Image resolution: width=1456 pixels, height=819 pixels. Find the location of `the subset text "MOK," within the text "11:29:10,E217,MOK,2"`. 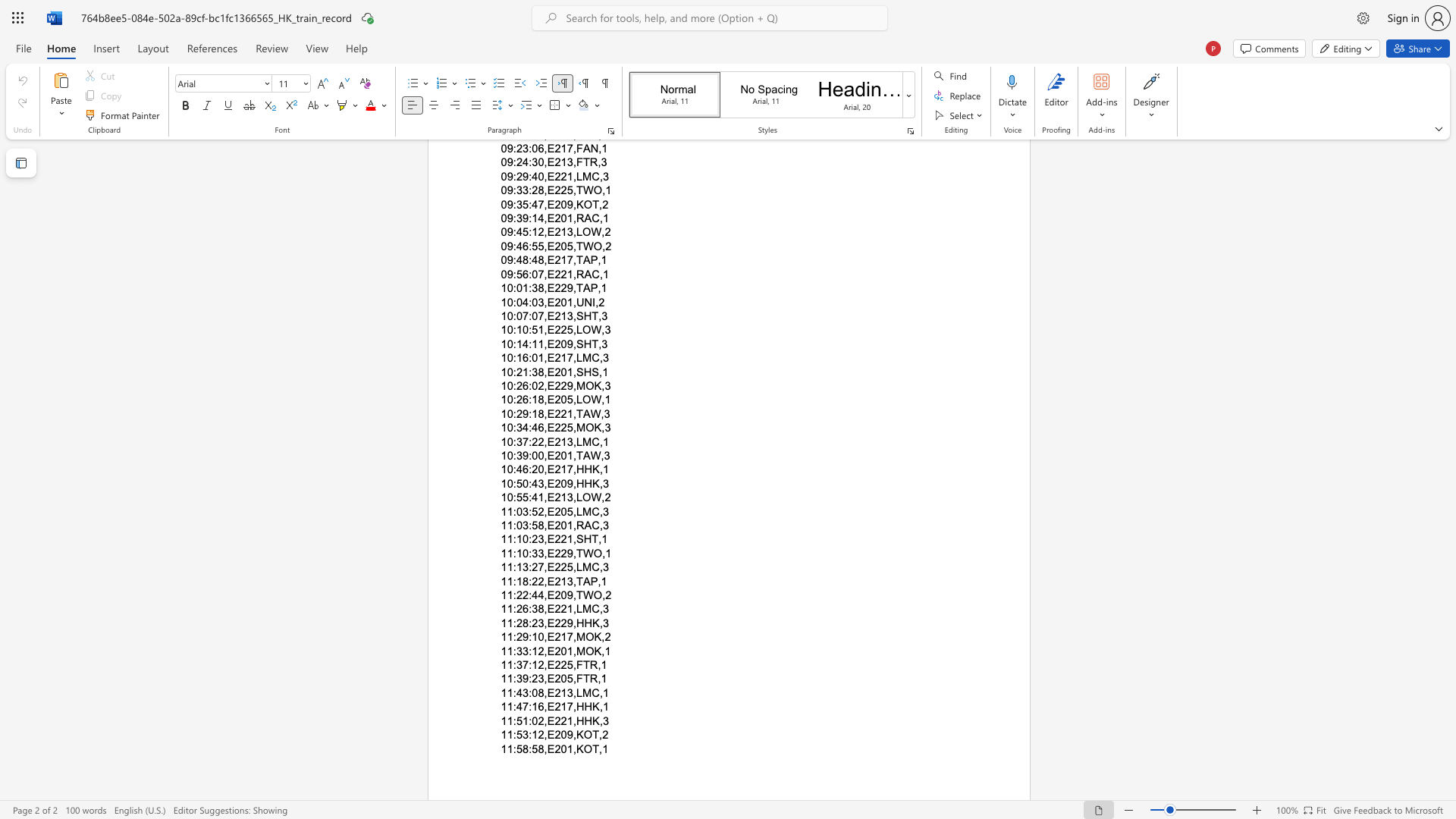

the subset text "MOK," within the text "11:29:10,E217,MOK,2" is located at coordinates (575, 637).